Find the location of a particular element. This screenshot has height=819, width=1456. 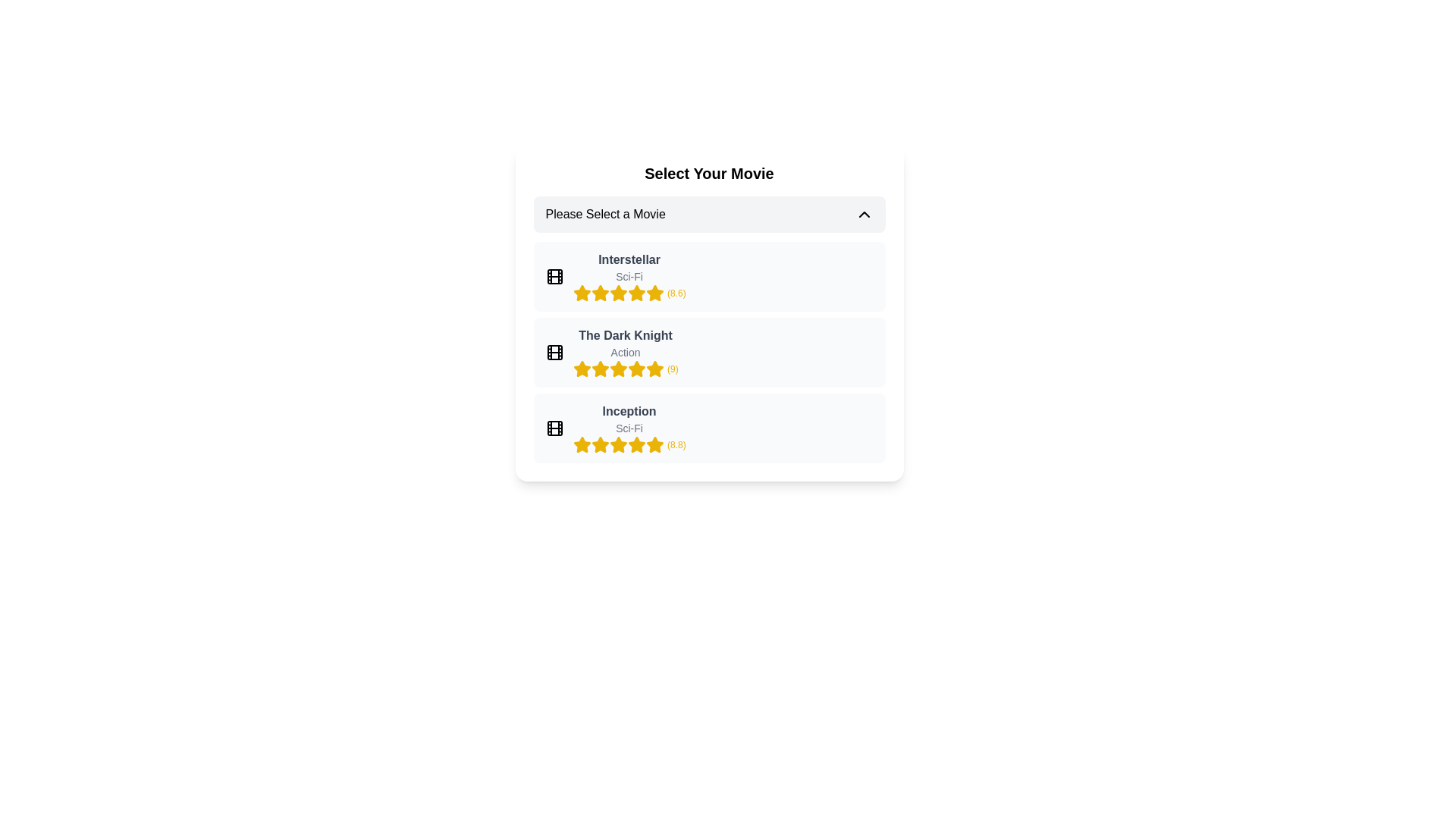

the sixth yellow star icon representing the rating for 'The Dark Knight' movie entry is located at coordinates (636, 369).